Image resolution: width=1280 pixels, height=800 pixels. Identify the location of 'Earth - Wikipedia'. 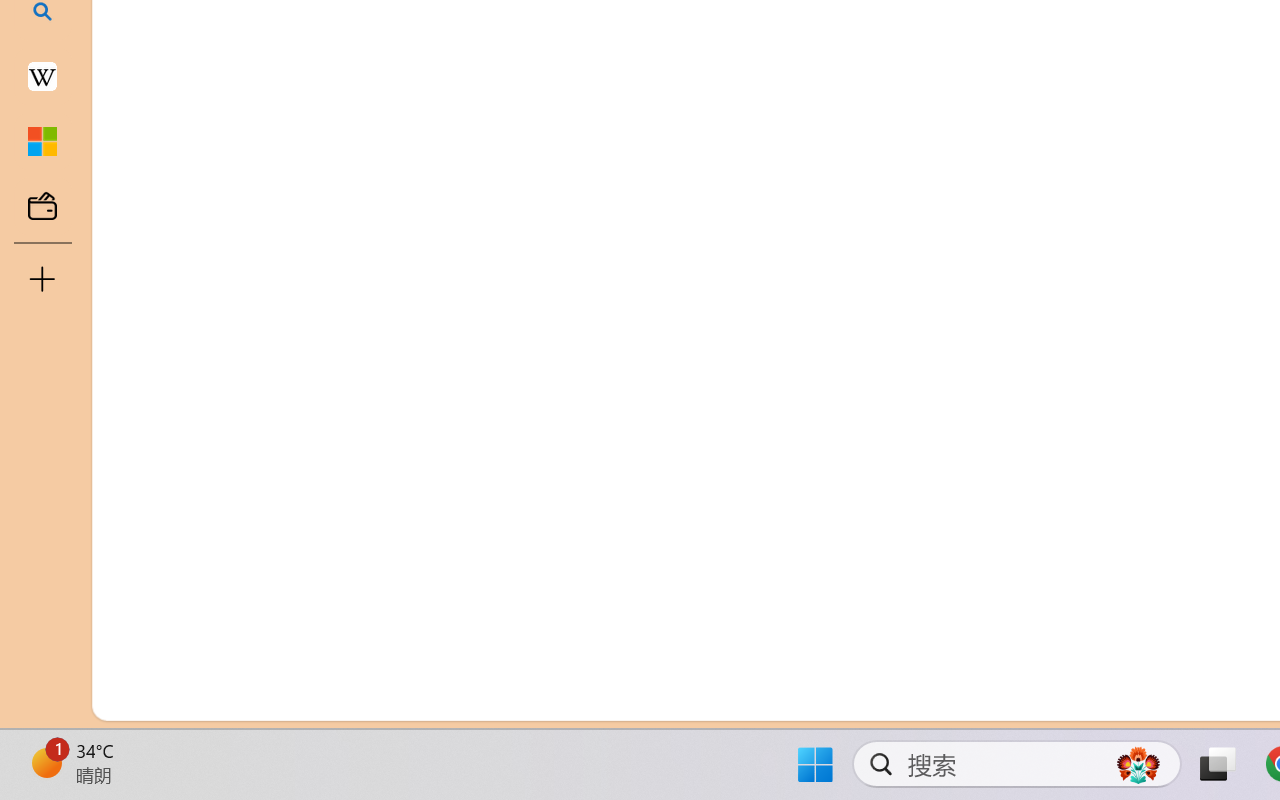
(42, 76).